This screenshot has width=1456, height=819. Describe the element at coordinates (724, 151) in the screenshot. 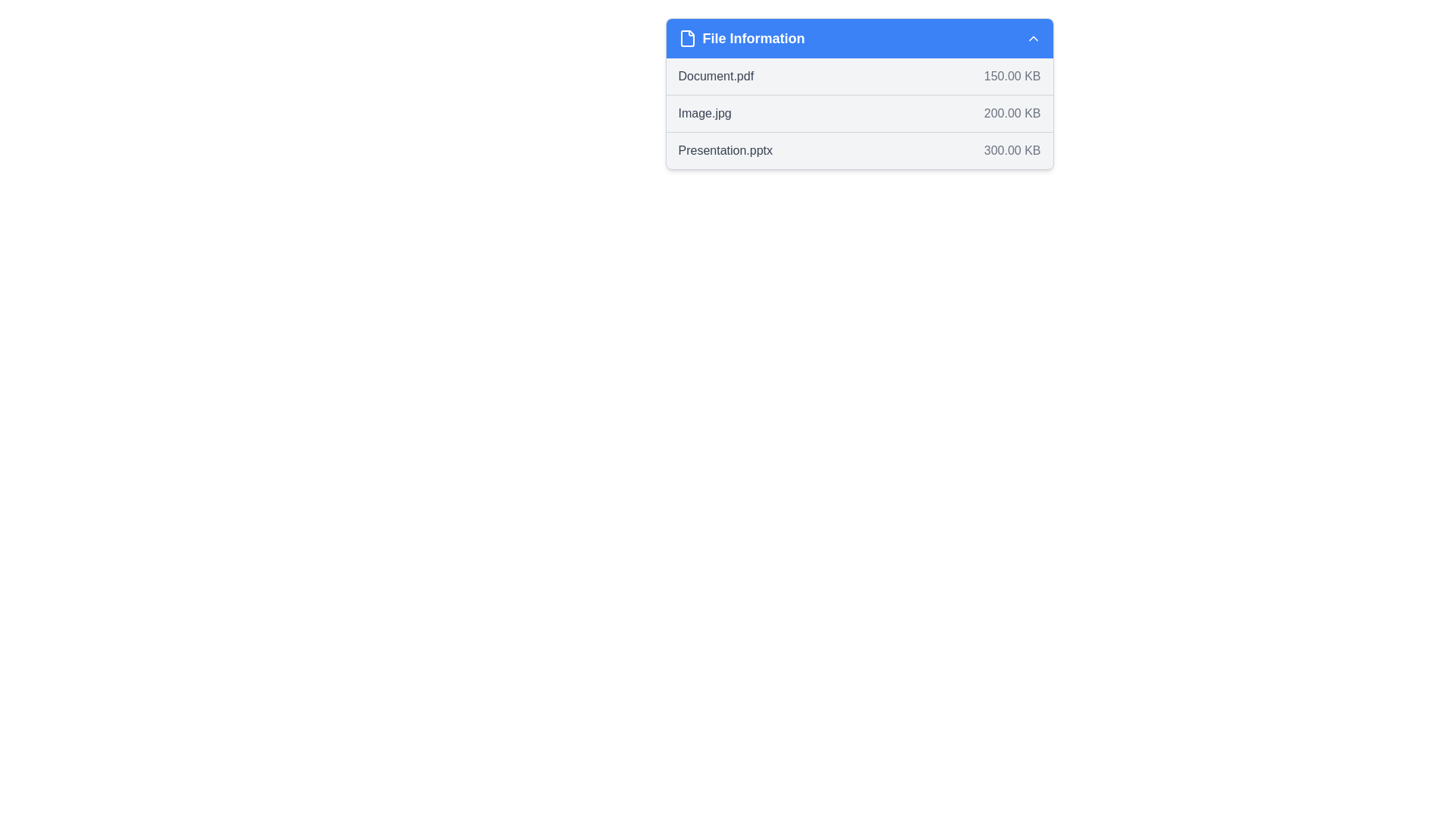

I see `the interactive text label displaying 'Presentation.pptx' located in the third row of the list under 'File Information'` at that location.